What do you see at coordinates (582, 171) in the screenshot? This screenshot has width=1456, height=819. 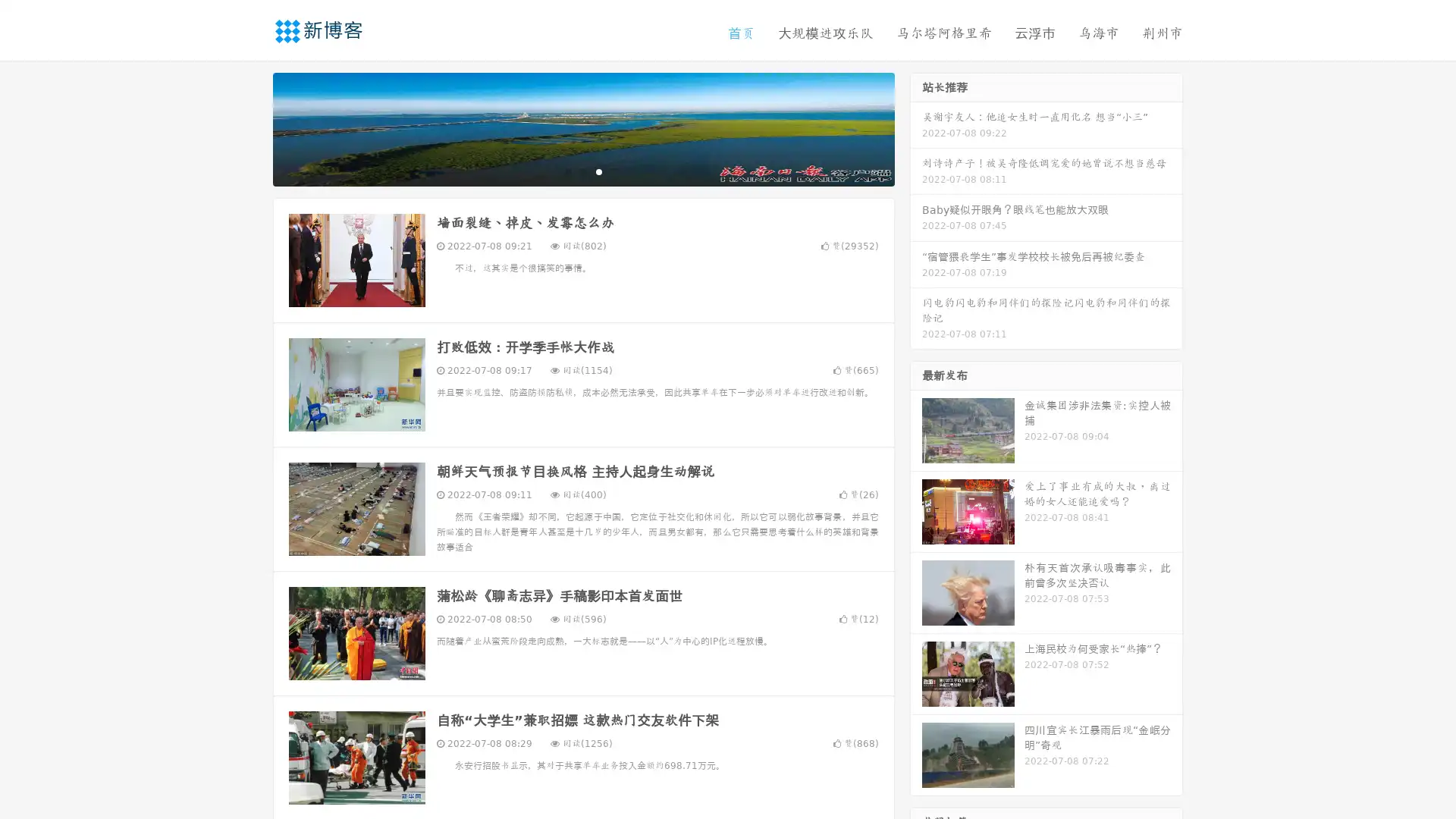 I see `Go to slide 2` at bounding box center [582, 171].